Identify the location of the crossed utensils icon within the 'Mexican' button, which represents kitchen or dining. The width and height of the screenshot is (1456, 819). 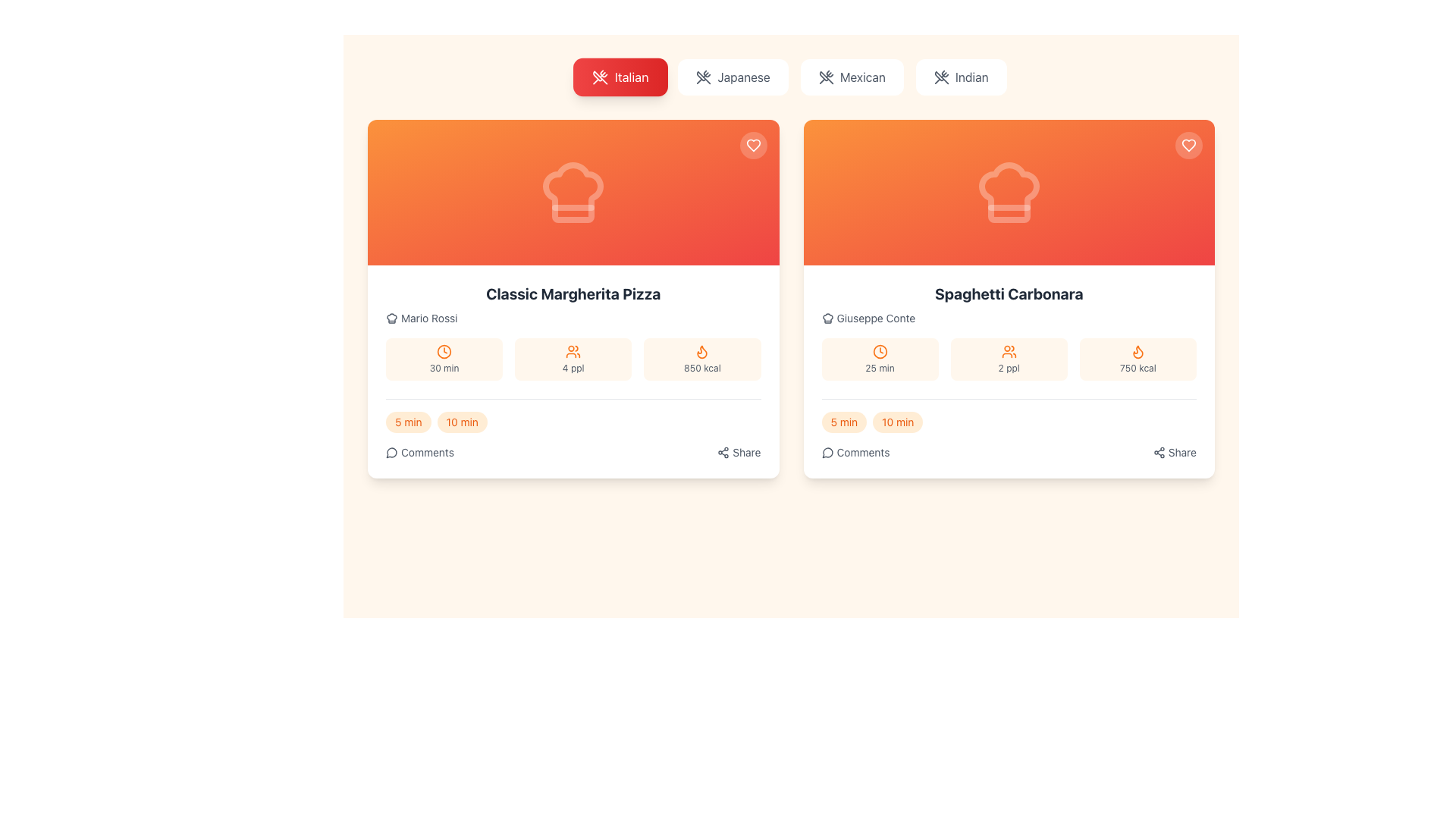
(825, 77).